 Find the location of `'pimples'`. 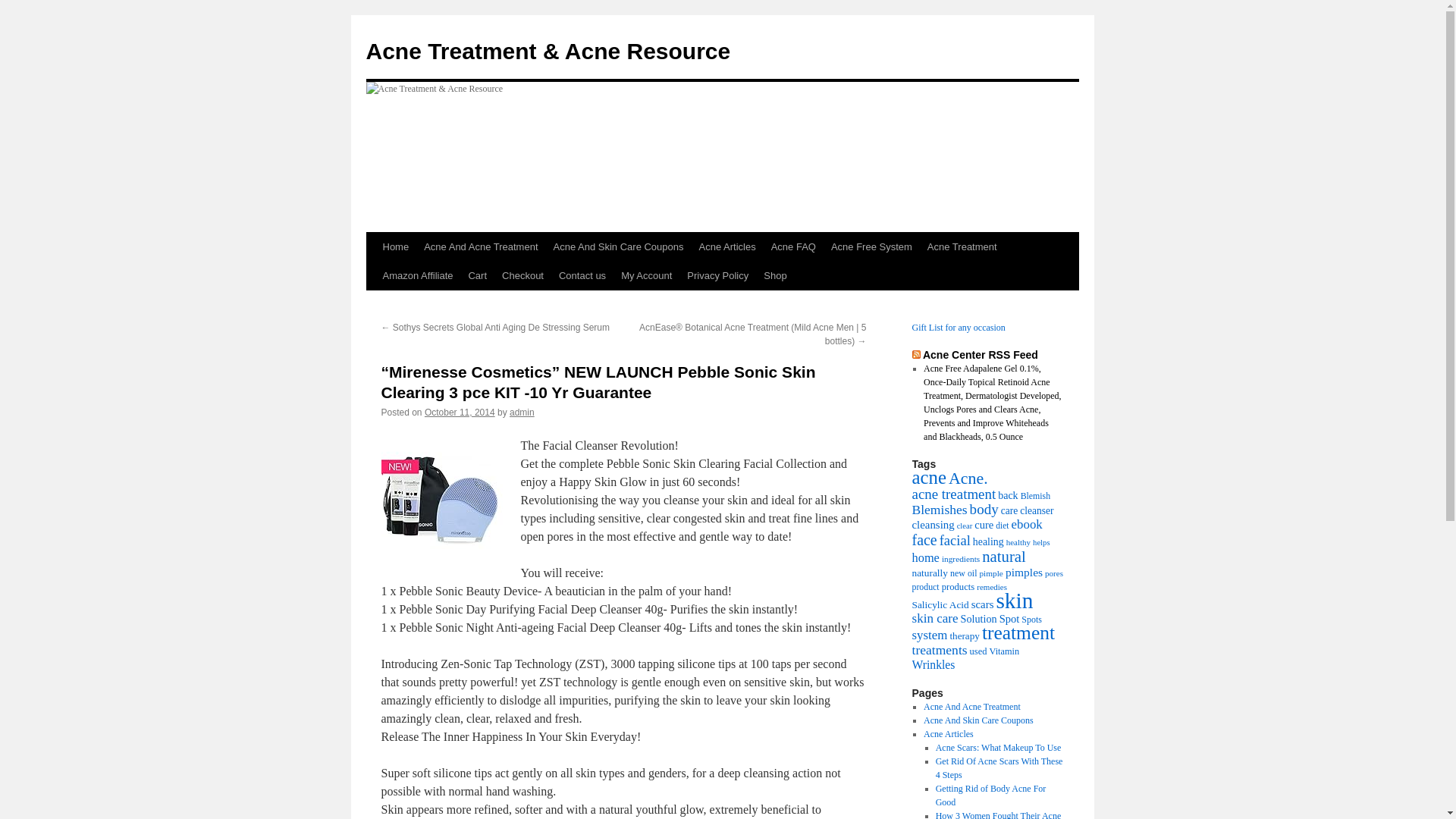

'pimples' is located at coordinates (1005, 572).